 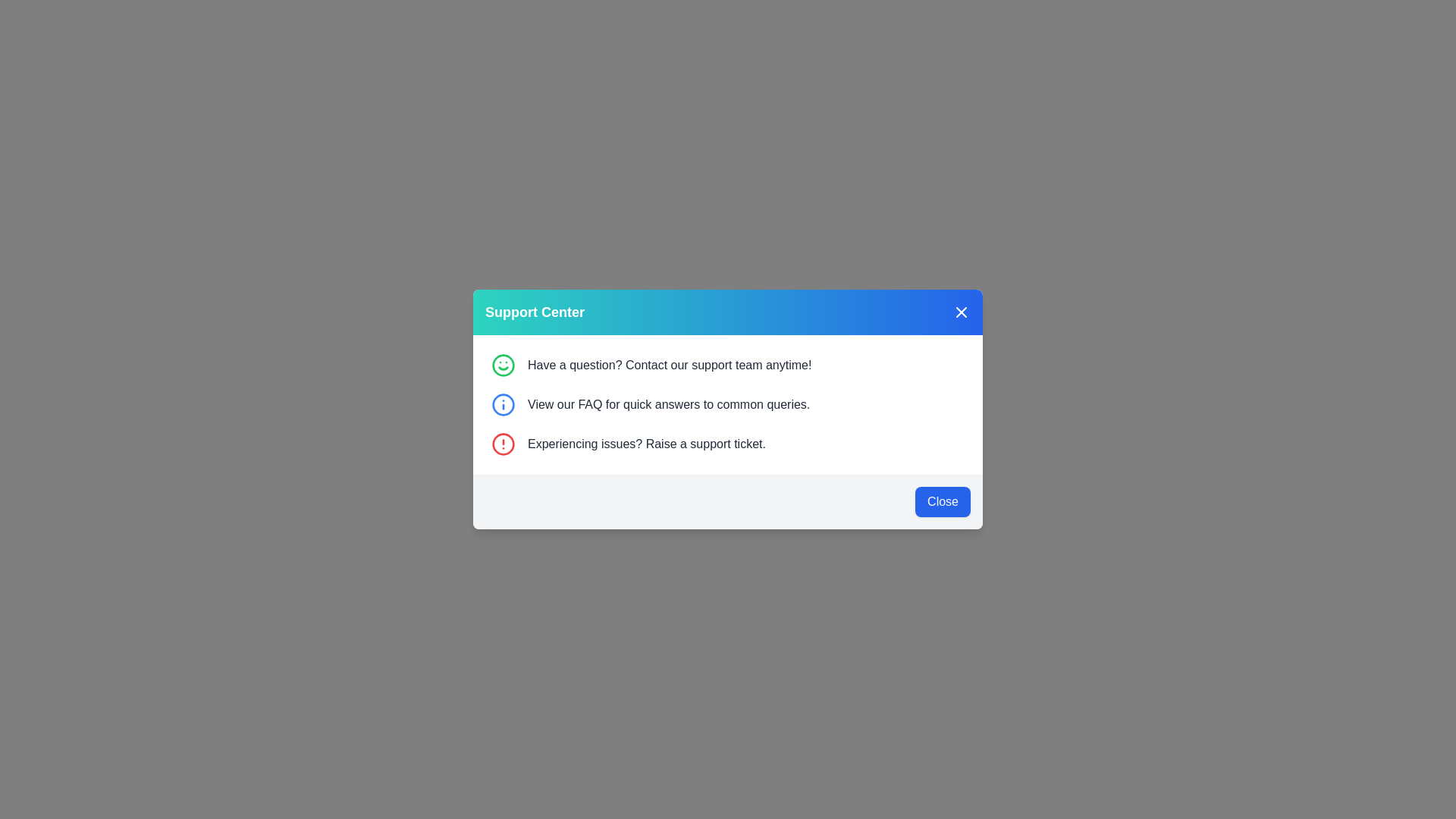 What do you see at coordinates (728, 444) in the screenshot?
I see `the Informational Section with Text and Icon that encourages users to raise a support ticket, located as the third item in the support panel` at bounding box center [728, 444].